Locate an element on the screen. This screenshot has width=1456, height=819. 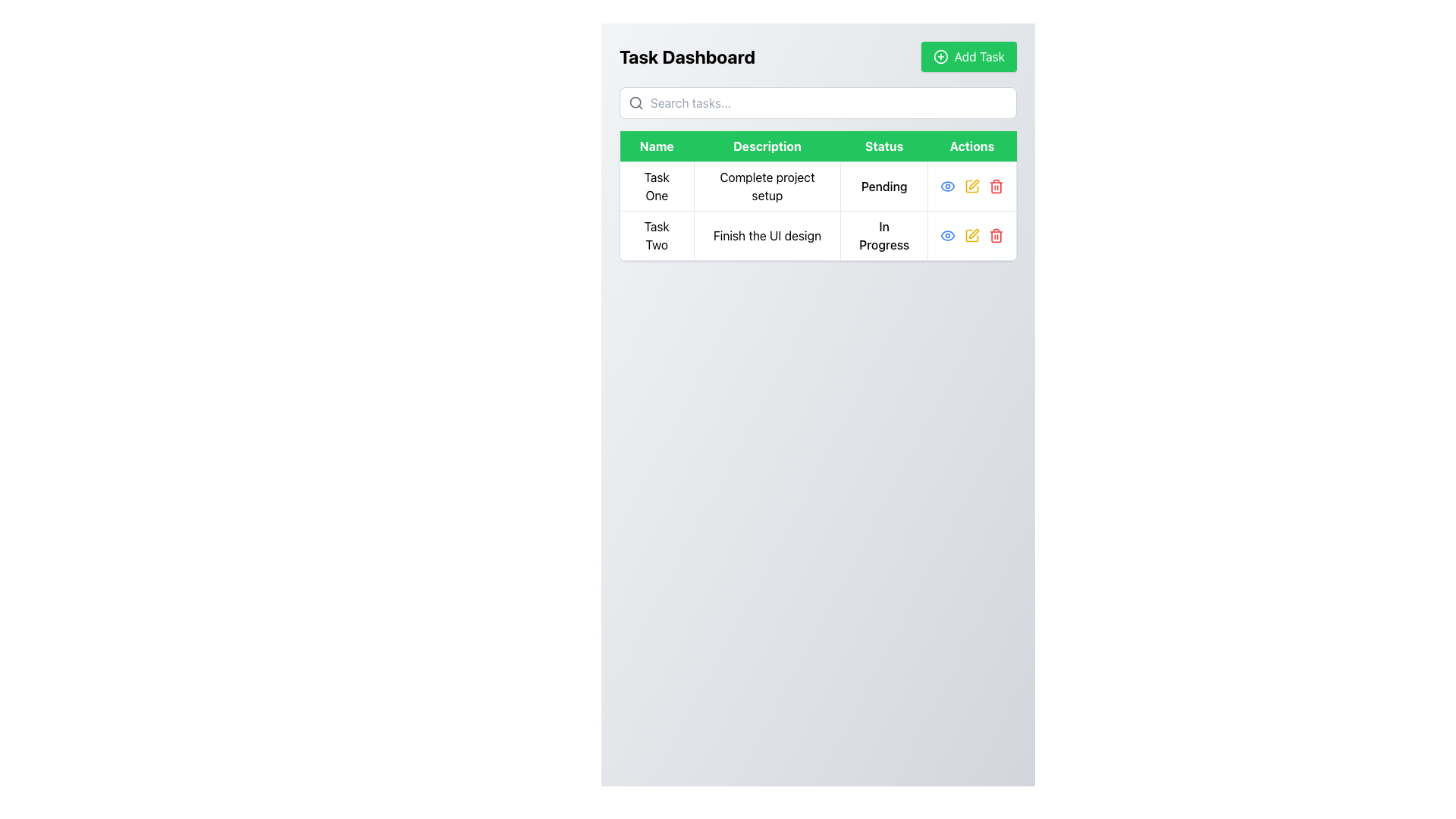
the small yellow square icon with a pen figure inside, located in the 'Actions' column of the table for the second task labeled 'Finish the UI design' is located at coordinates (971, 186).